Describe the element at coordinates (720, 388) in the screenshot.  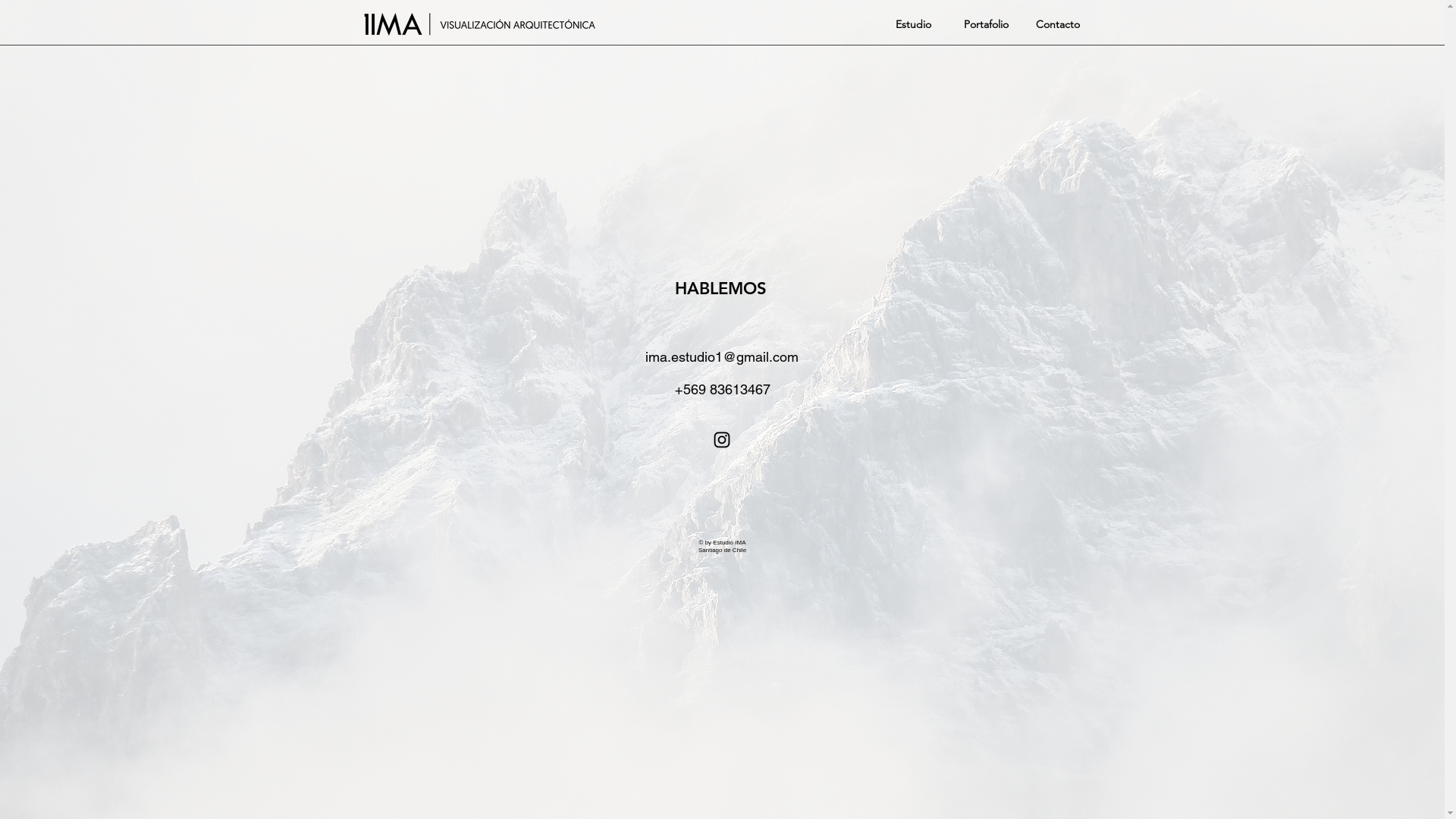
I see `'+569 83613467'` at that location.